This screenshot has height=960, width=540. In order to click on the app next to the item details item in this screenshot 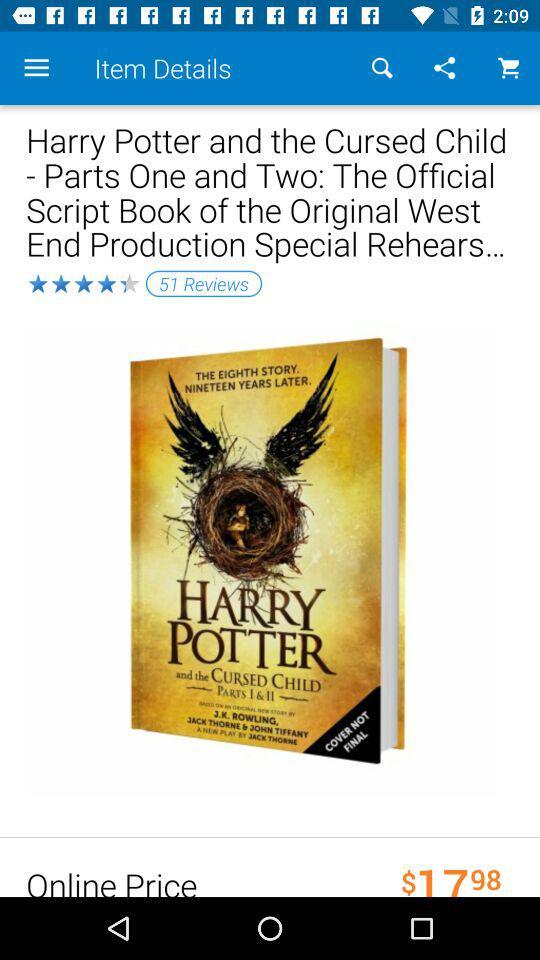, I will do `click(382, 68)`.